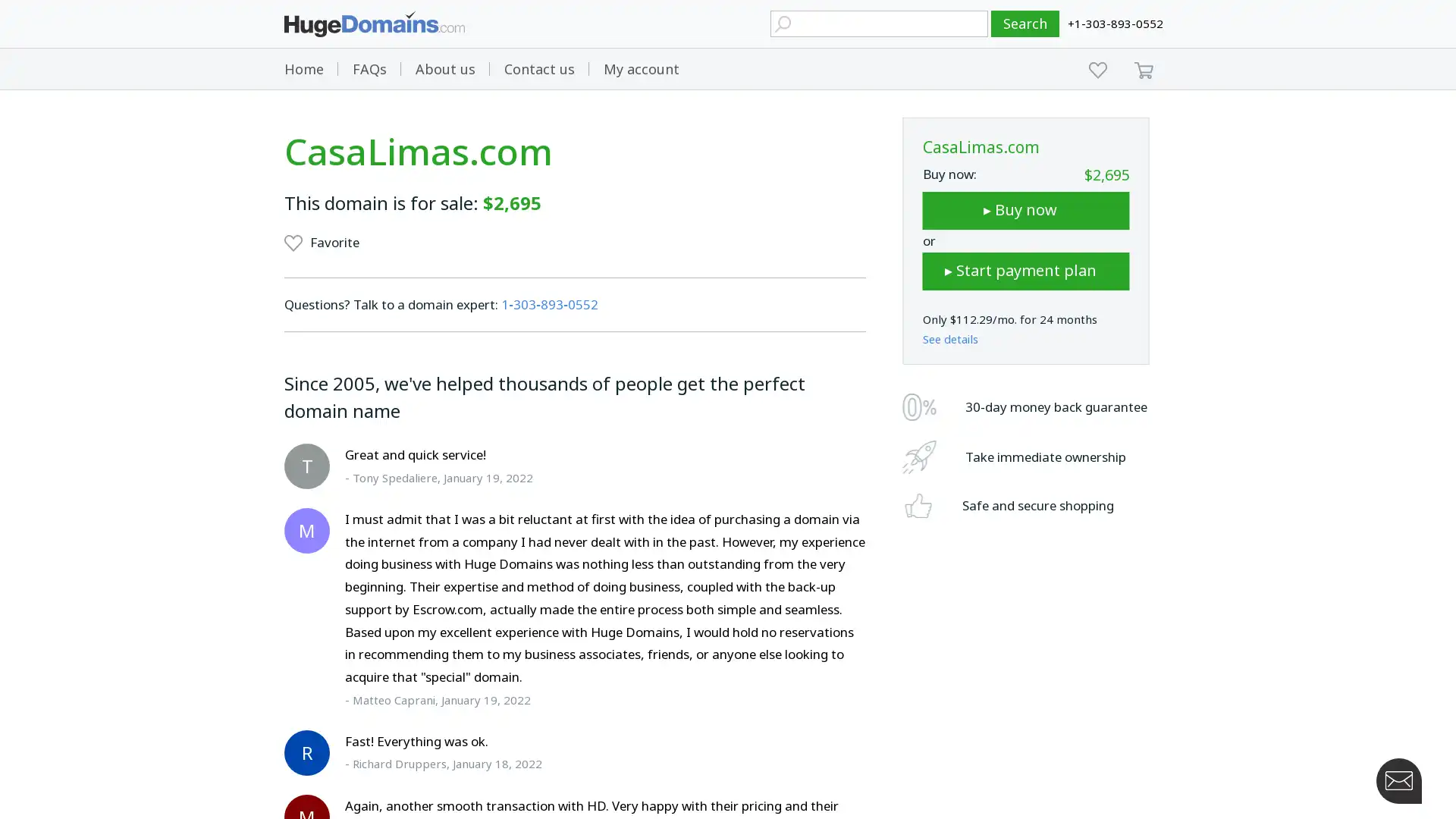  What do you see at coordinates (1025, 24) in the screenshot?
I see `Search` at bounding box center [1025, 24].